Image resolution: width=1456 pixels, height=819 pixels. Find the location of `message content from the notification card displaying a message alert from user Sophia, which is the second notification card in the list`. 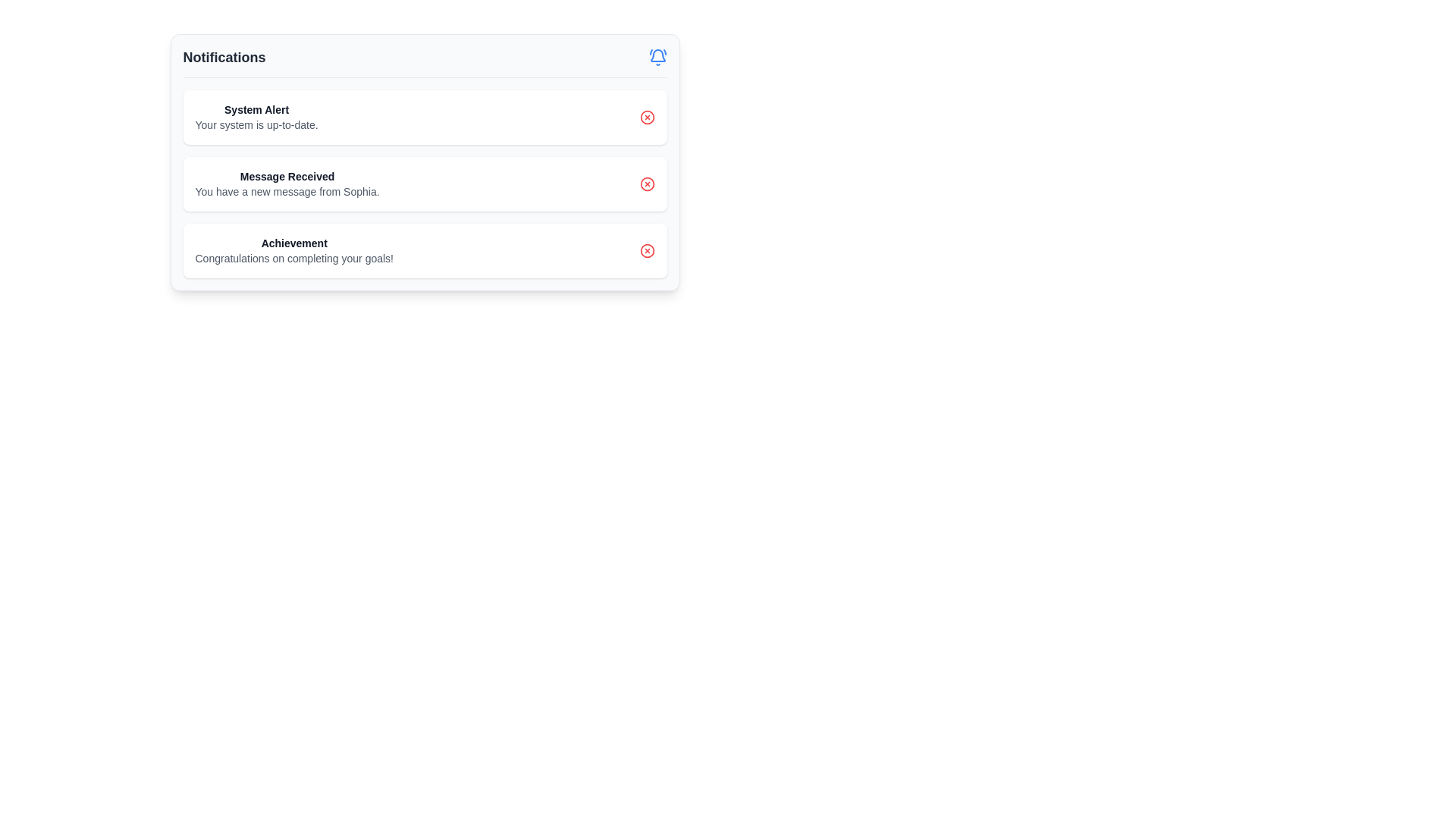

message content from the notification card displaying a message alert from user Sophia, which is the second notification card in the list is located at coordinates (287, 184).